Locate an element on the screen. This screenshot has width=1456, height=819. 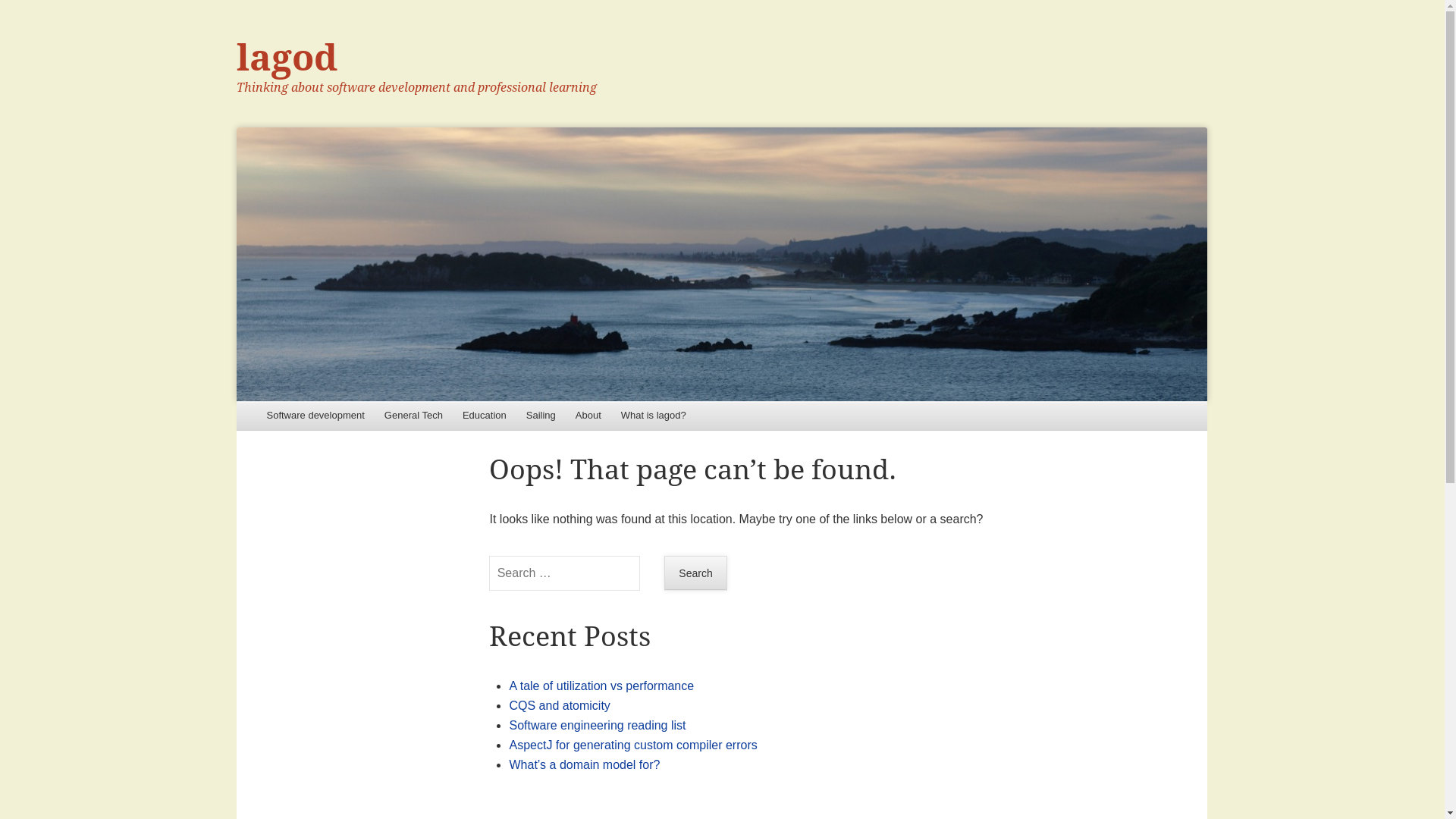
'Education' is located at coordinates (483, 416).